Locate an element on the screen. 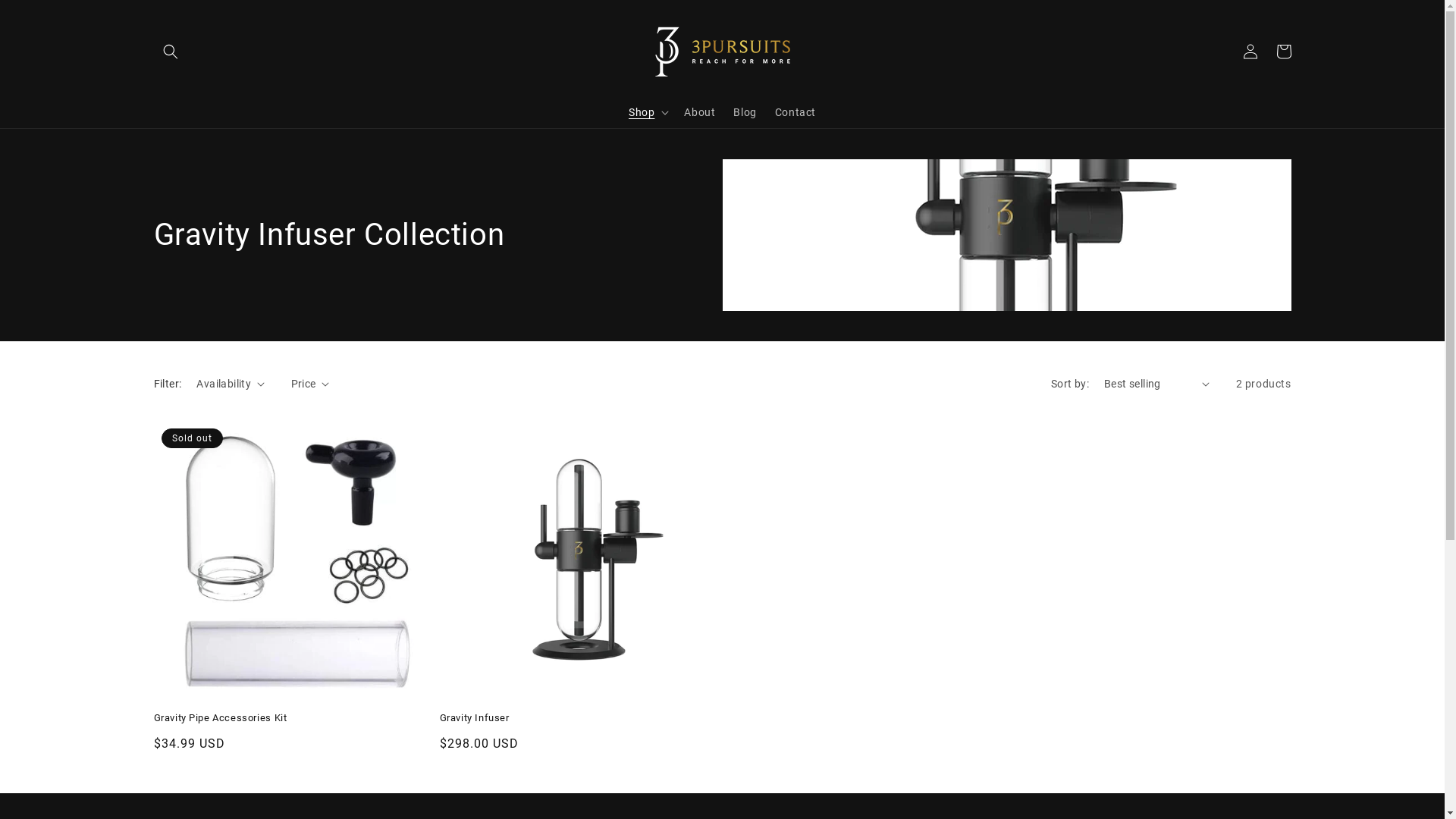  'Cart' is located at coordinates (1282, 51).